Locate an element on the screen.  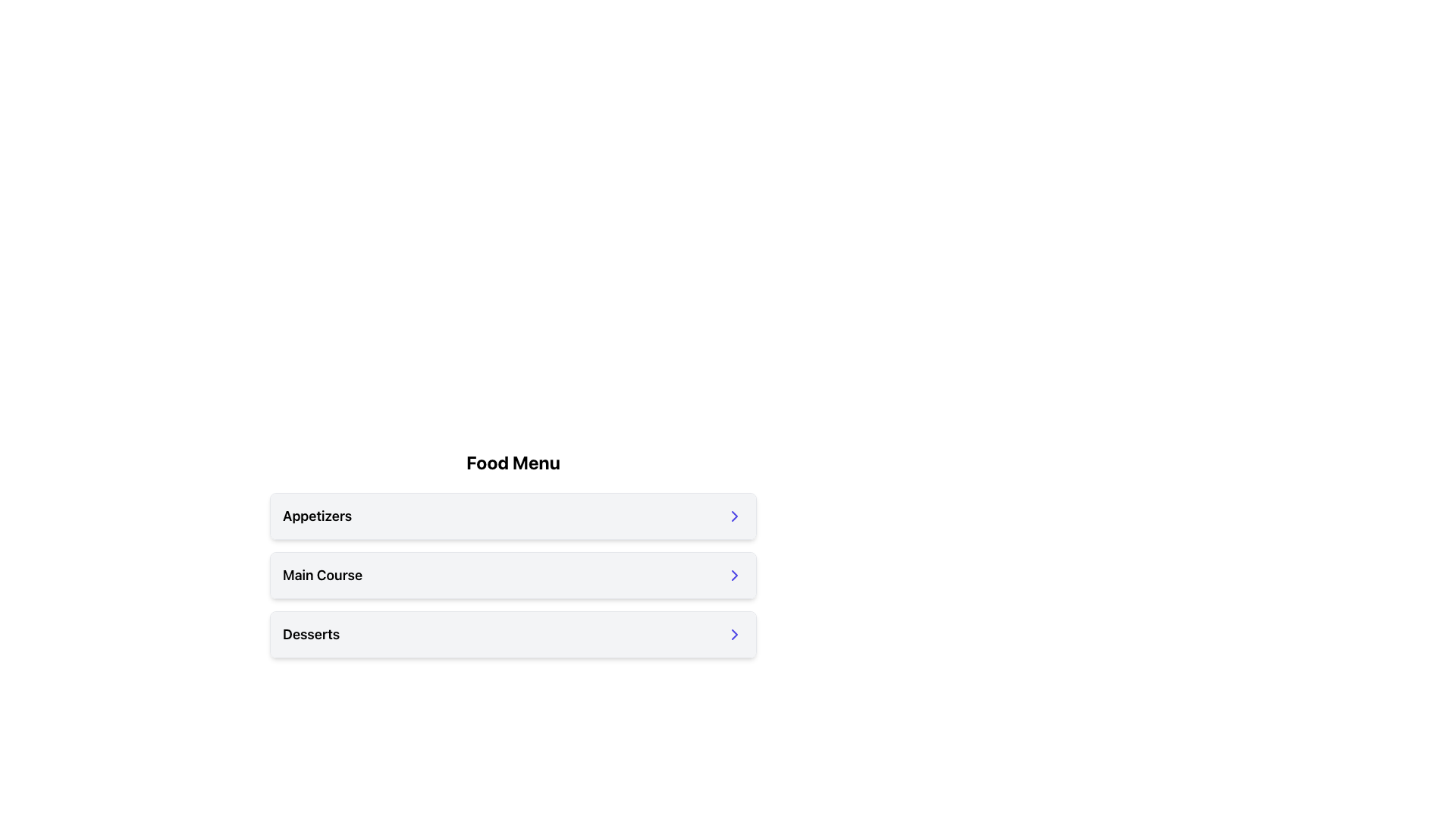
the 'Appetizers' static text label, which serves as a header for the menu section, to observe any potential visual effects is located at coordinates (316, 516).